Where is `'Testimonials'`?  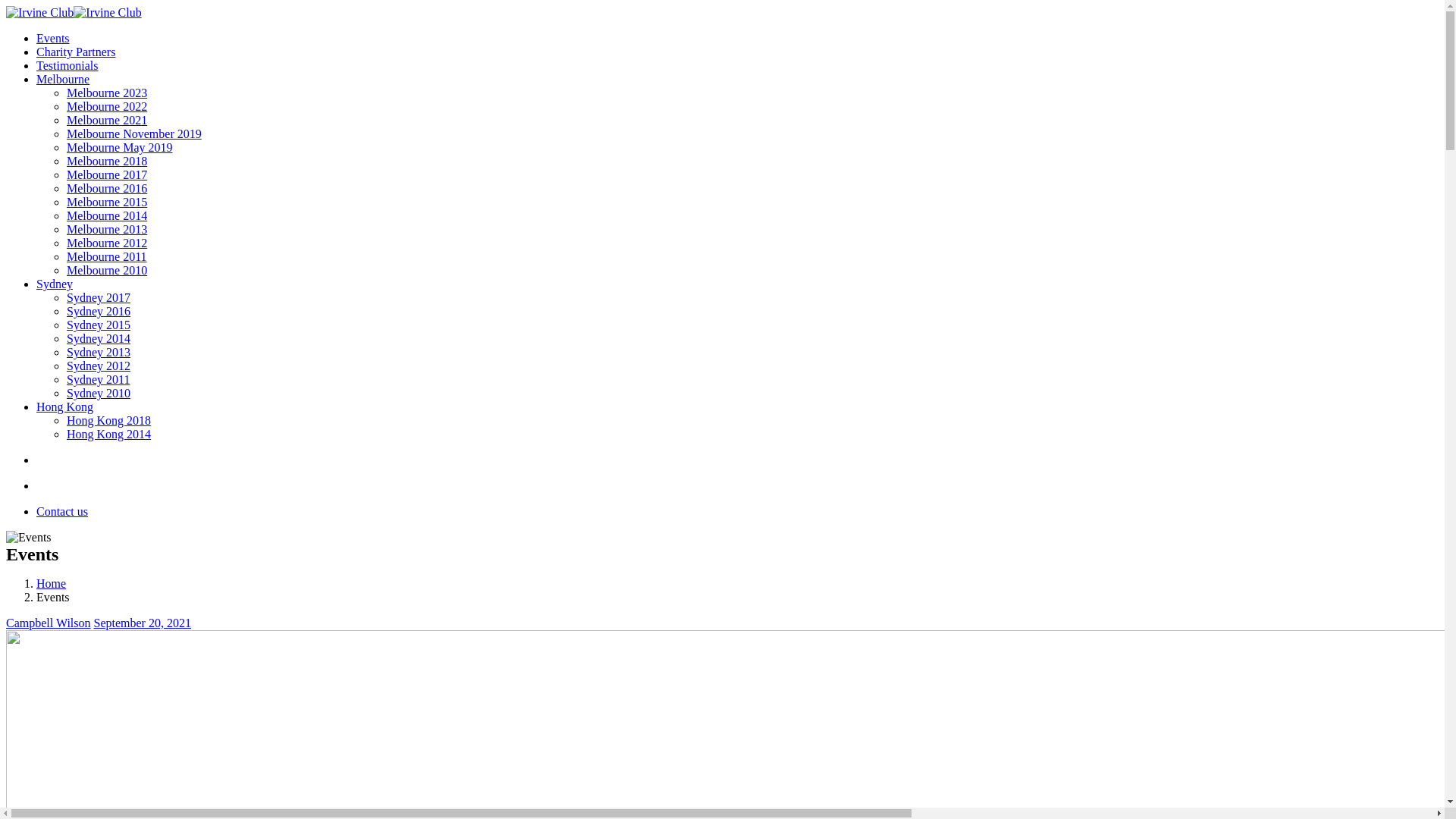 'Testimonials' is located at coordinates (36, 64).